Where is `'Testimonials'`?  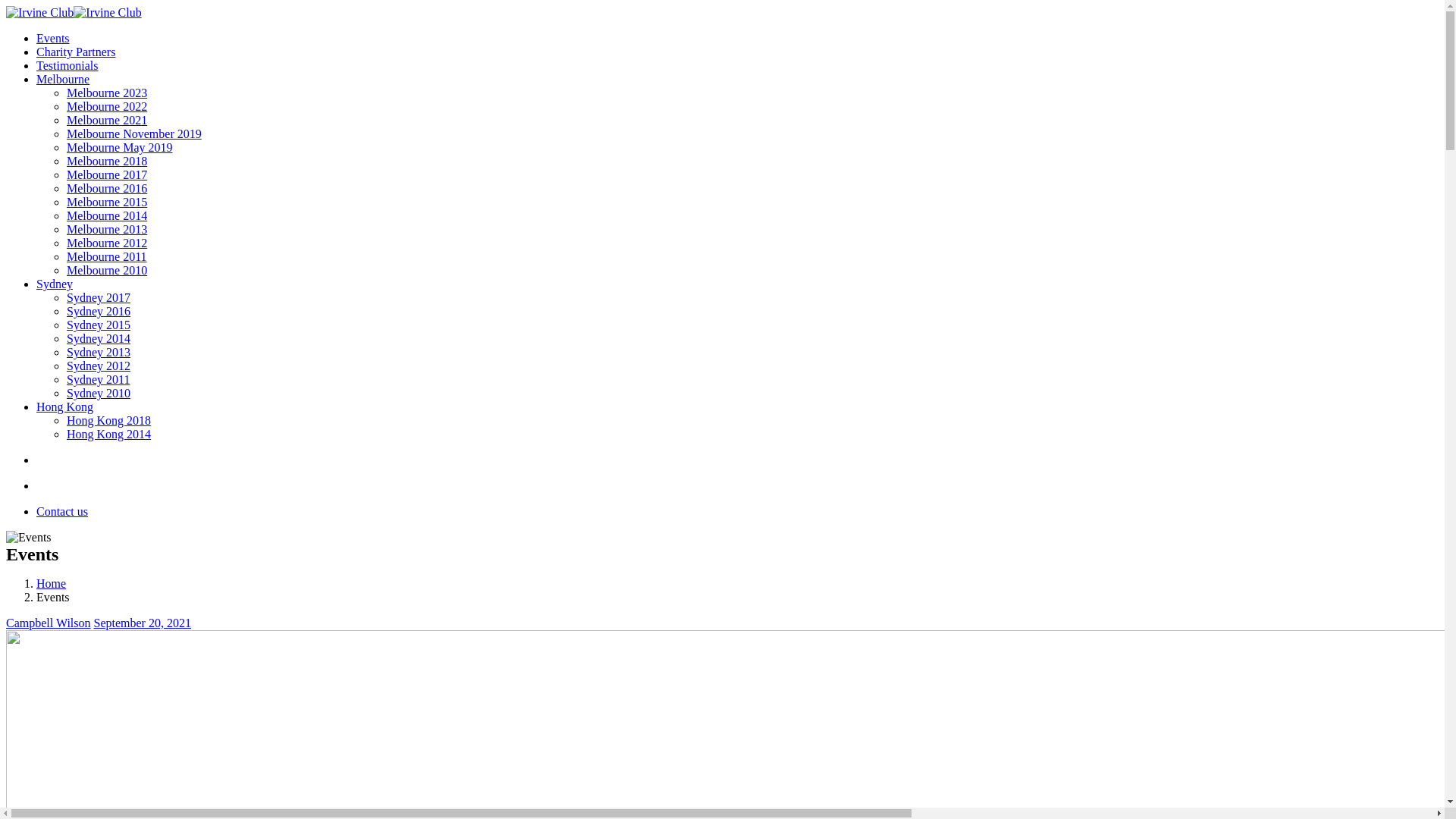 'Testimonials' is located at coordinates (36, 64).